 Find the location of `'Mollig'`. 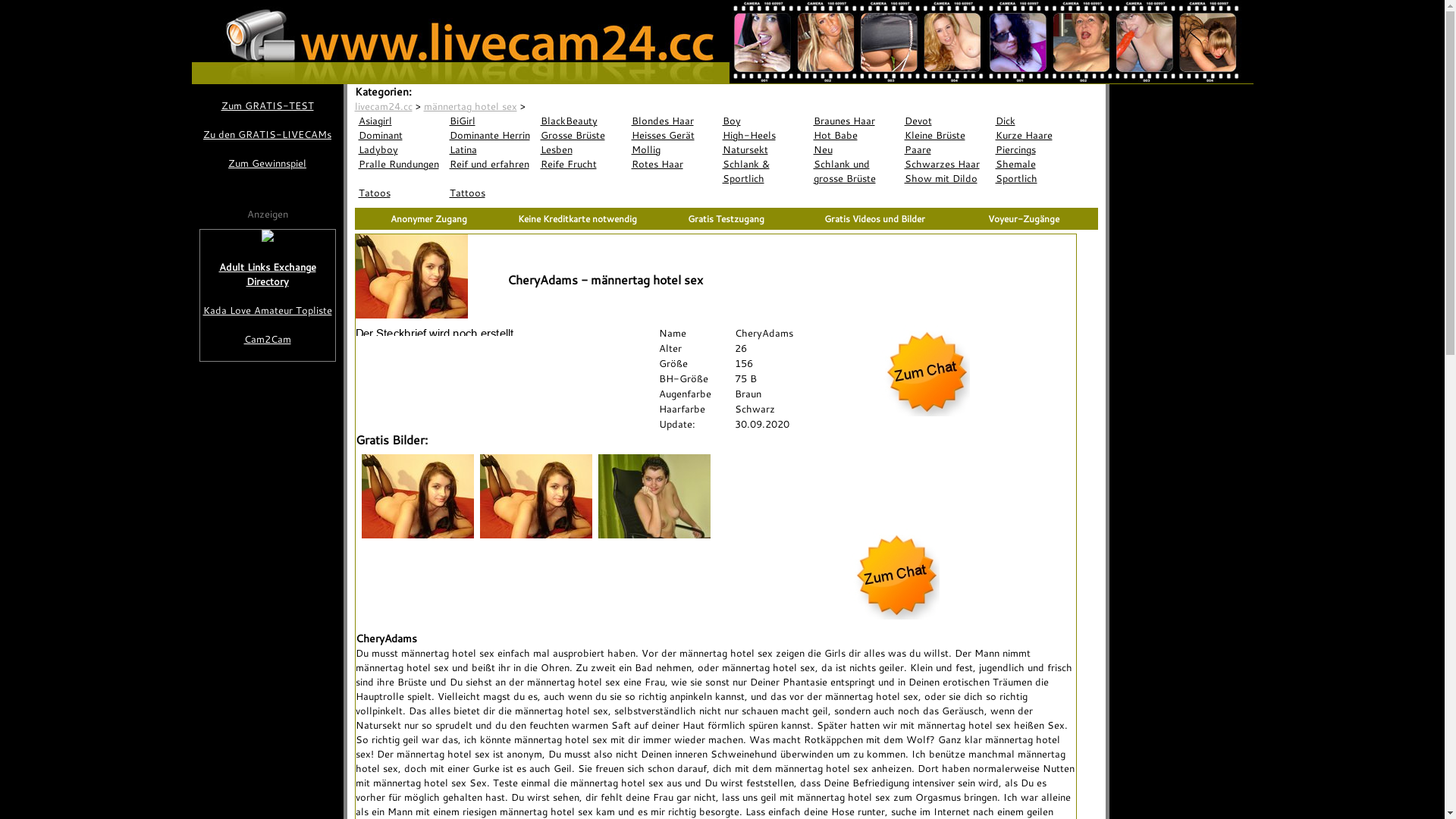

'Mollig' is located at coordinates (673, 149).